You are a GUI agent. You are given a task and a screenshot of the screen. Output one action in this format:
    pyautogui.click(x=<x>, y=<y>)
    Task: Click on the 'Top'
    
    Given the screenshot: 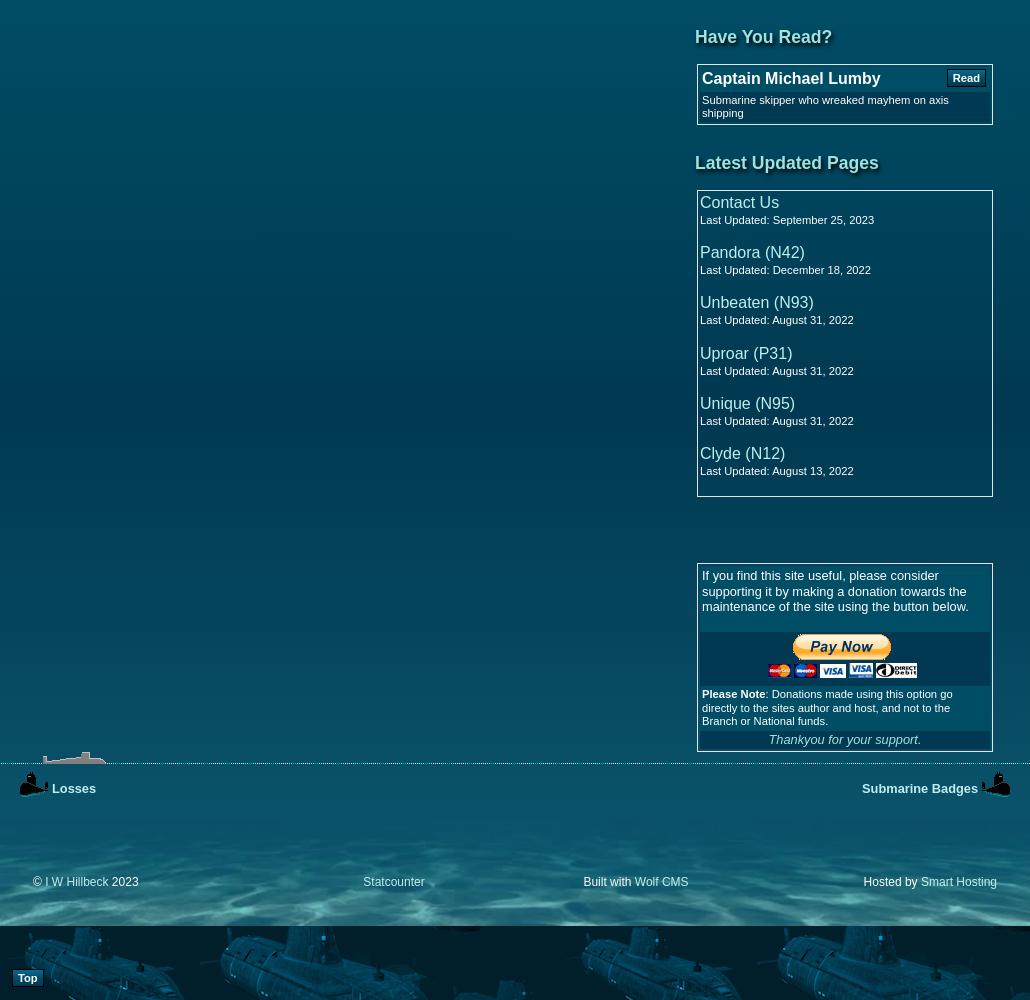 What is the action you would take?
    pyautogui.click(x=27, y=976)
    